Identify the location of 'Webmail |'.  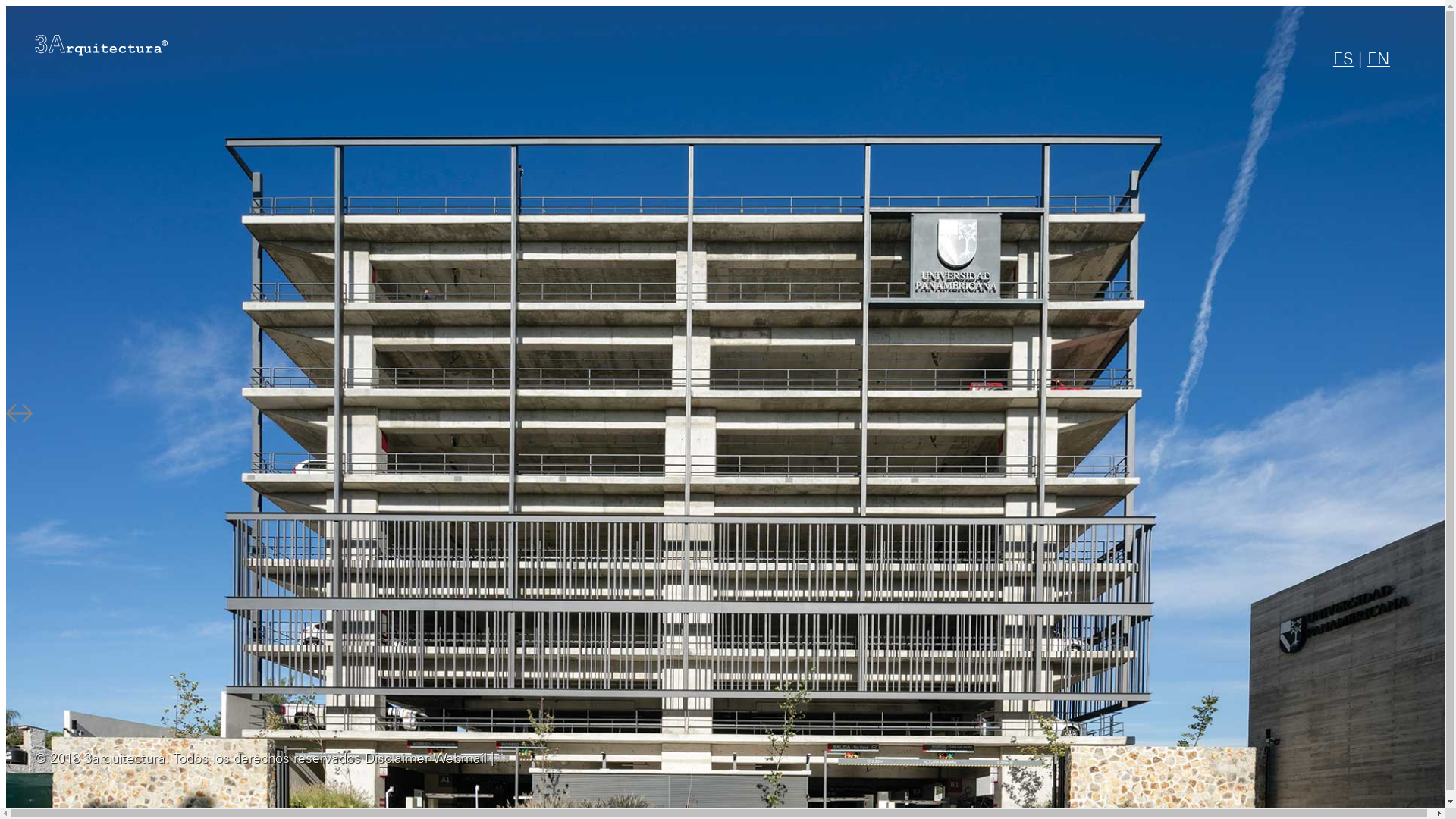
(463, 759).